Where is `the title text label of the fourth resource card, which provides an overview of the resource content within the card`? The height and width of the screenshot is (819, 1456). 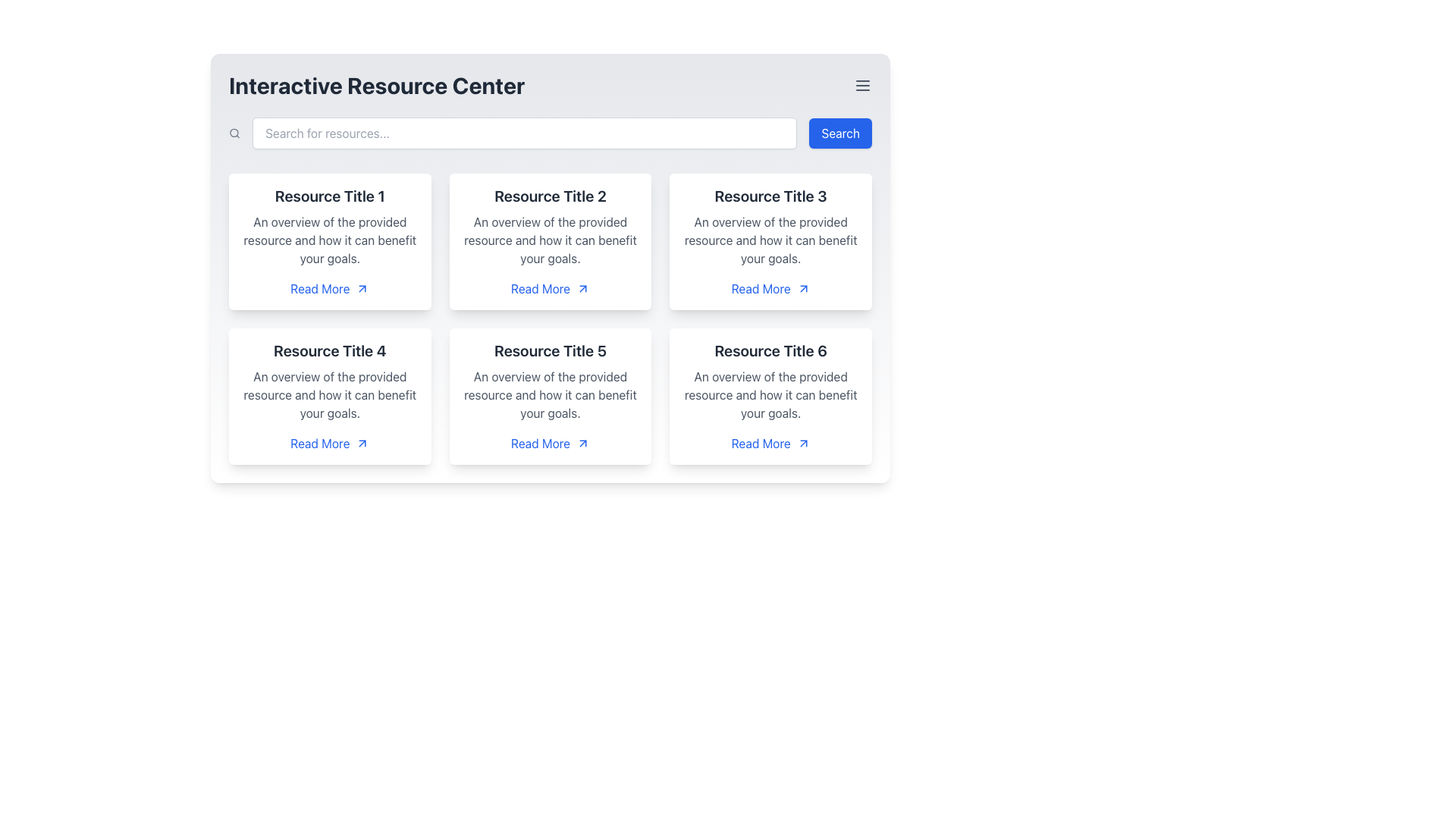
the title text label of the fourth resource card, which provides an overview of the resource content within the card is located at coordinates (329, 350).